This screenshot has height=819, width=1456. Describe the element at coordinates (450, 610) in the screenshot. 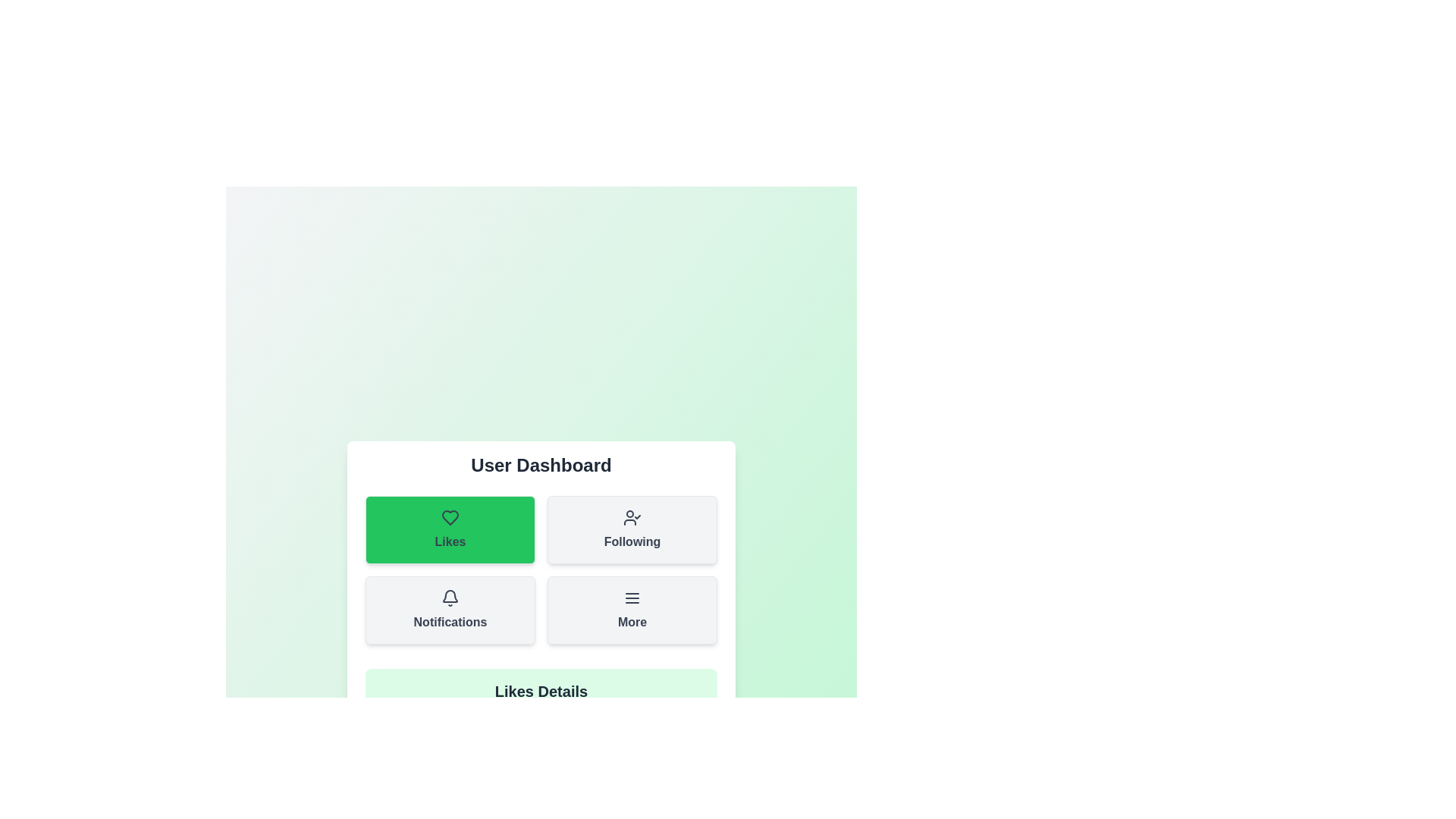

I see `the button labeled 'Notifications' to observe its animation` at that location.